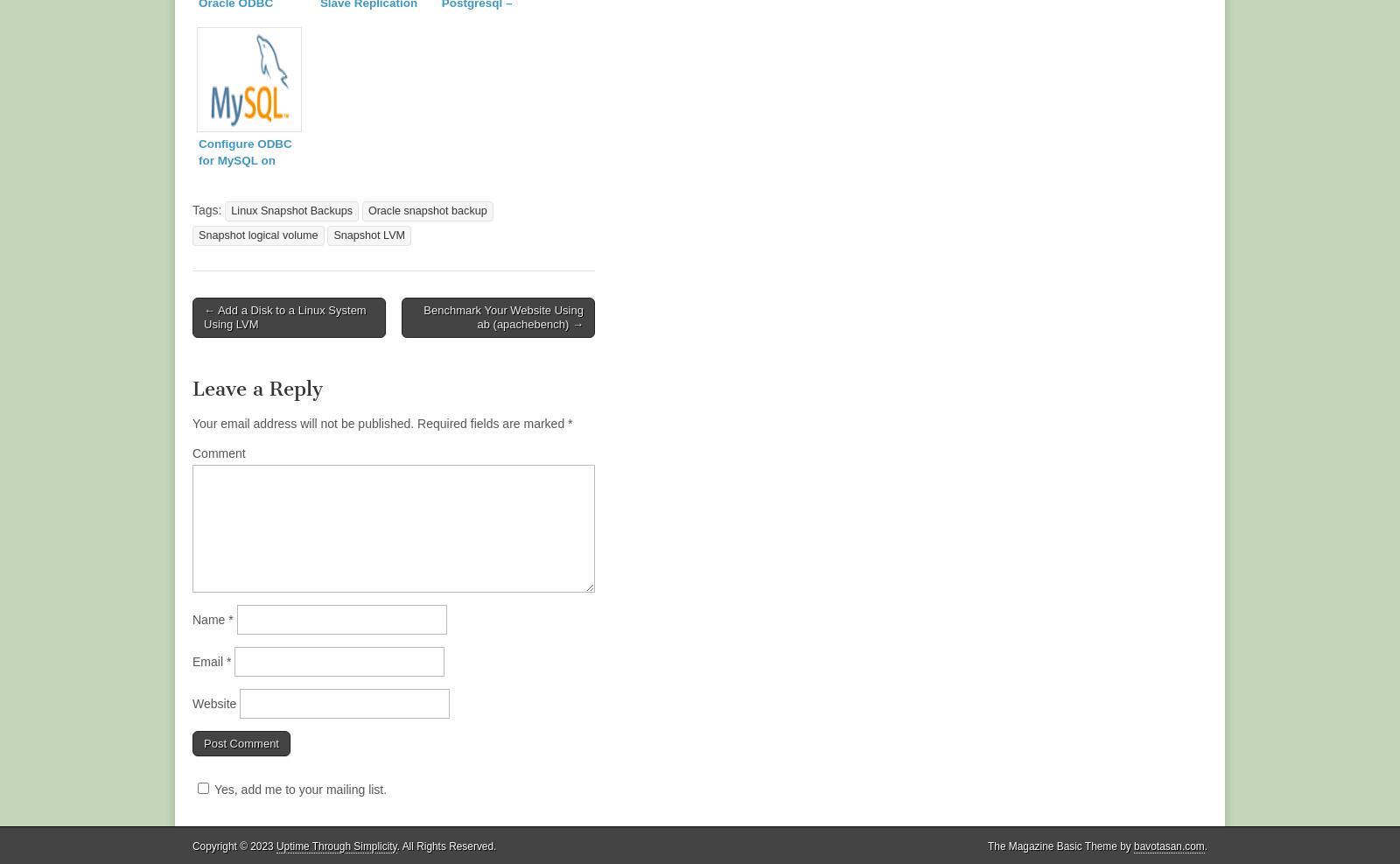 This screenshot has width=1400, height=864. I want to click on 'Website', so click(213, 703).